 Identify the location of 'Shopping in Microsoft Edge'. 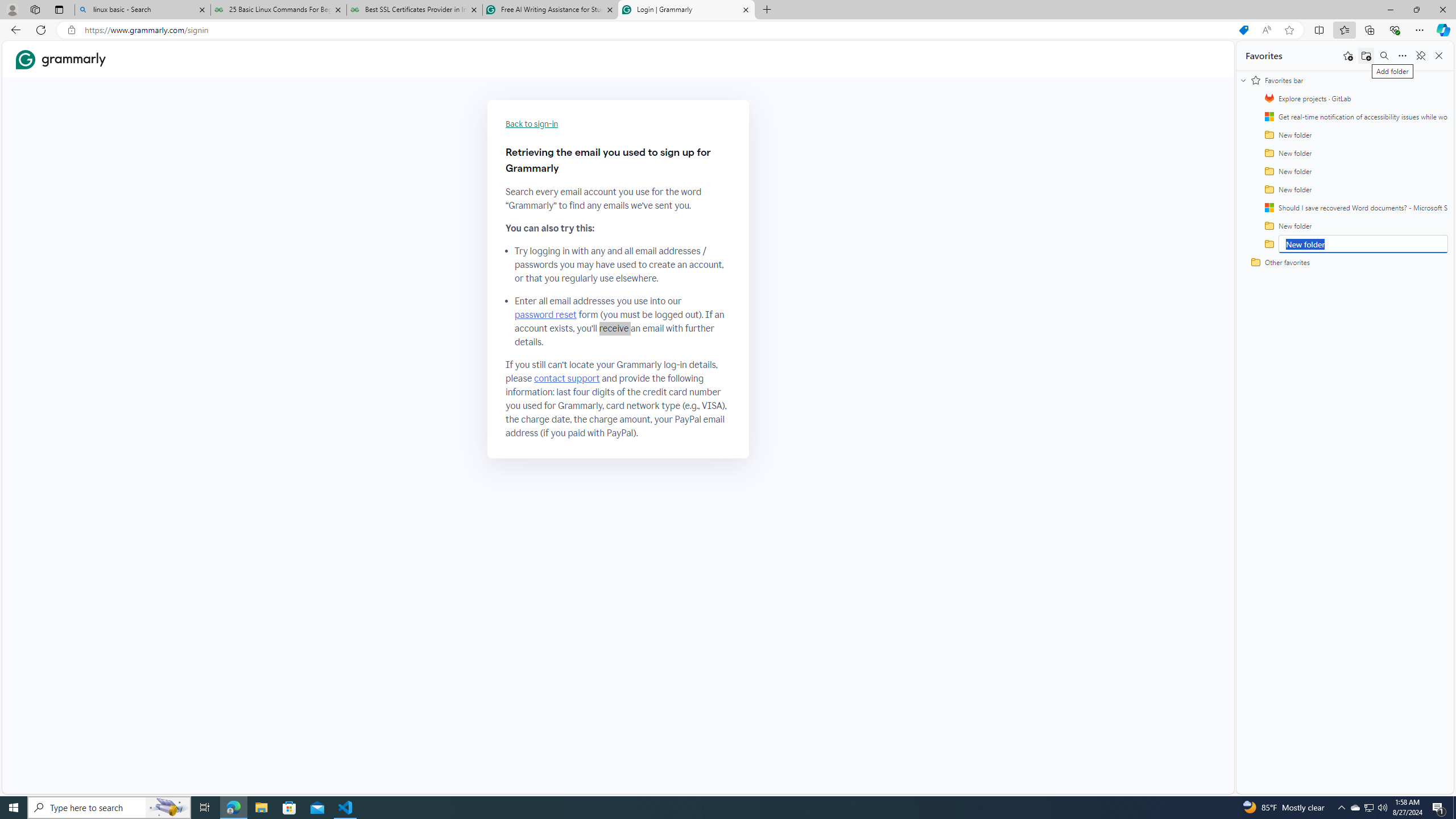
(1243, 30).